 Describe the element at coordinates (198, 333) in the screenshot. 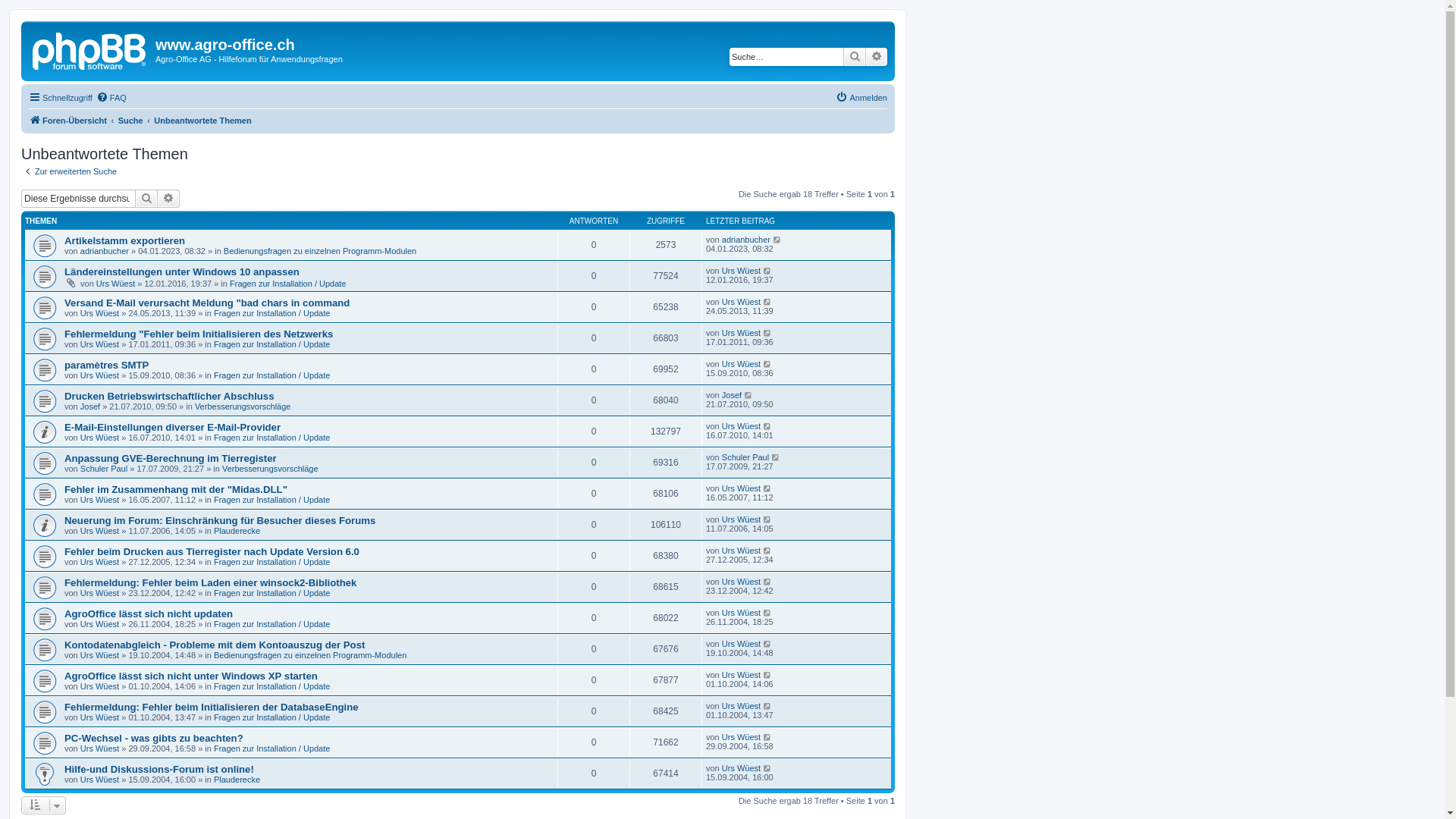

I see `'Fehlermeldung "Fehler beim Initialisieren des Netzwerks'` at that location.